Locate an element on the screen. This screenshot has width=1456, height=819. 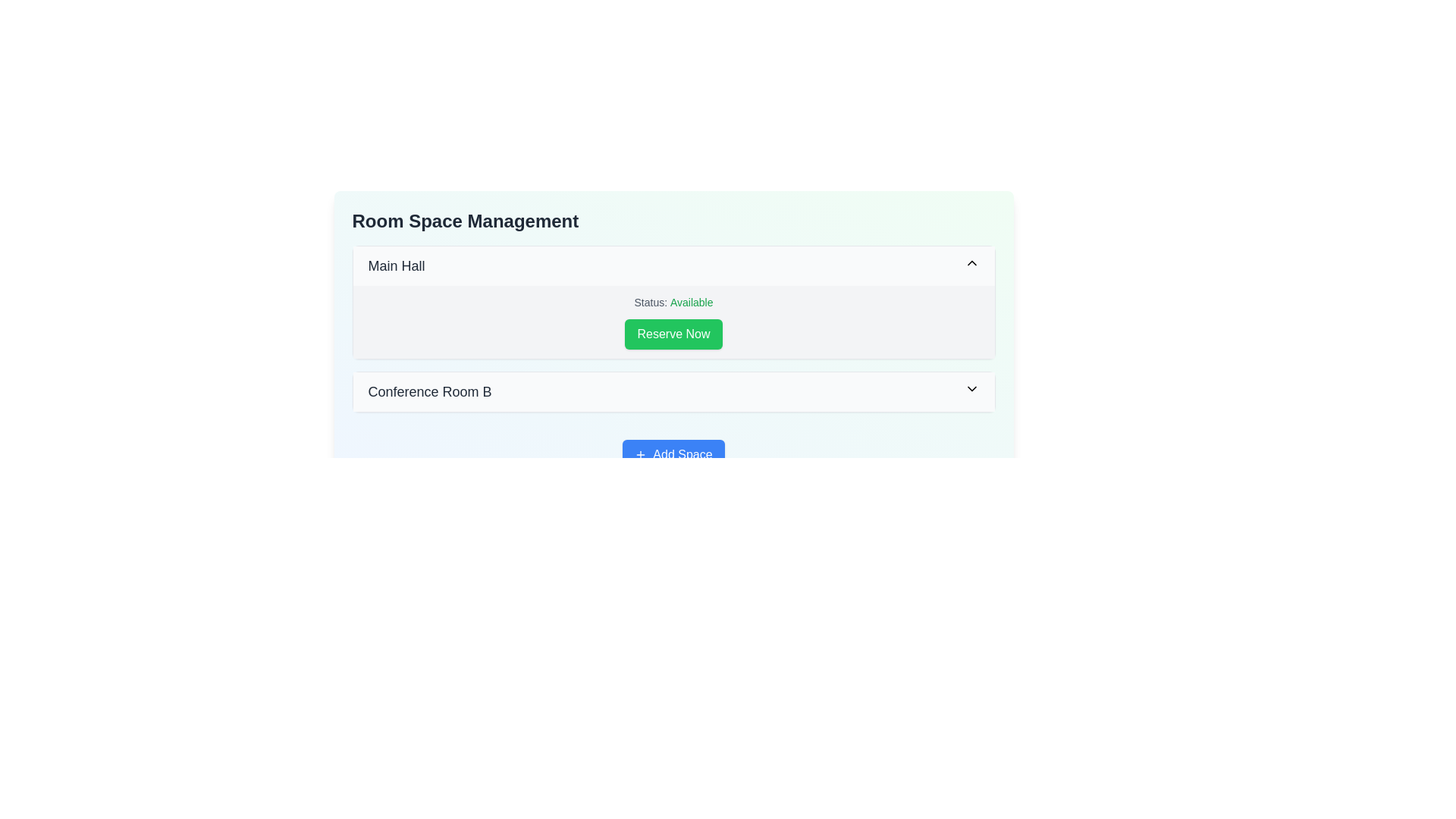
the green button labeled 'Reserve Now' to provide additional visual feedback is located at coordinates (673, 338).